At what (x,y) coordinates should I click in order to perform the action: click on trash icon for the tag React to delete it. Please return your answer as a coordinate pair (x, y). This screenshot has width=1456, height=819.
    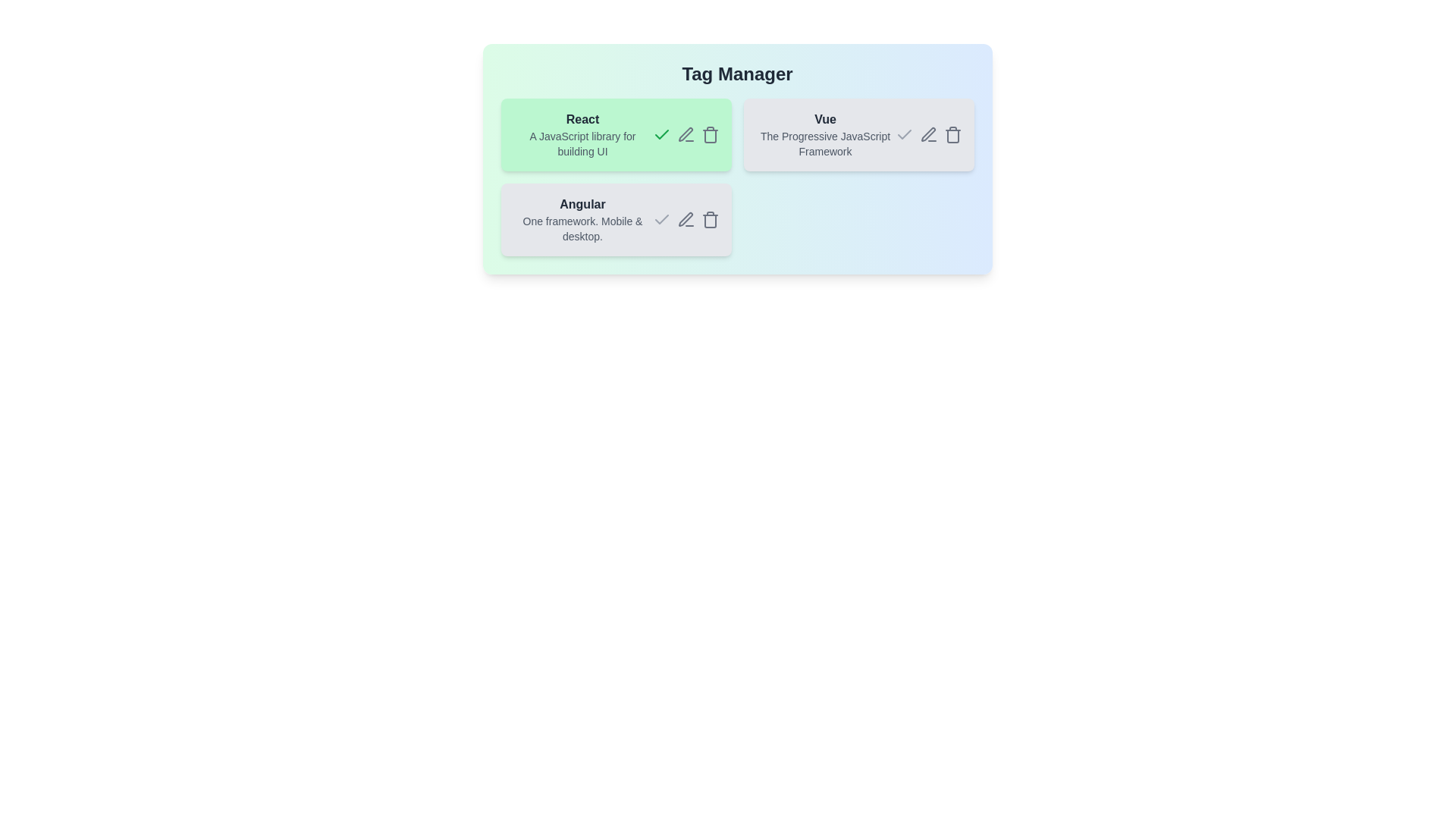
    Looking at the image, I should click on (709, 133).